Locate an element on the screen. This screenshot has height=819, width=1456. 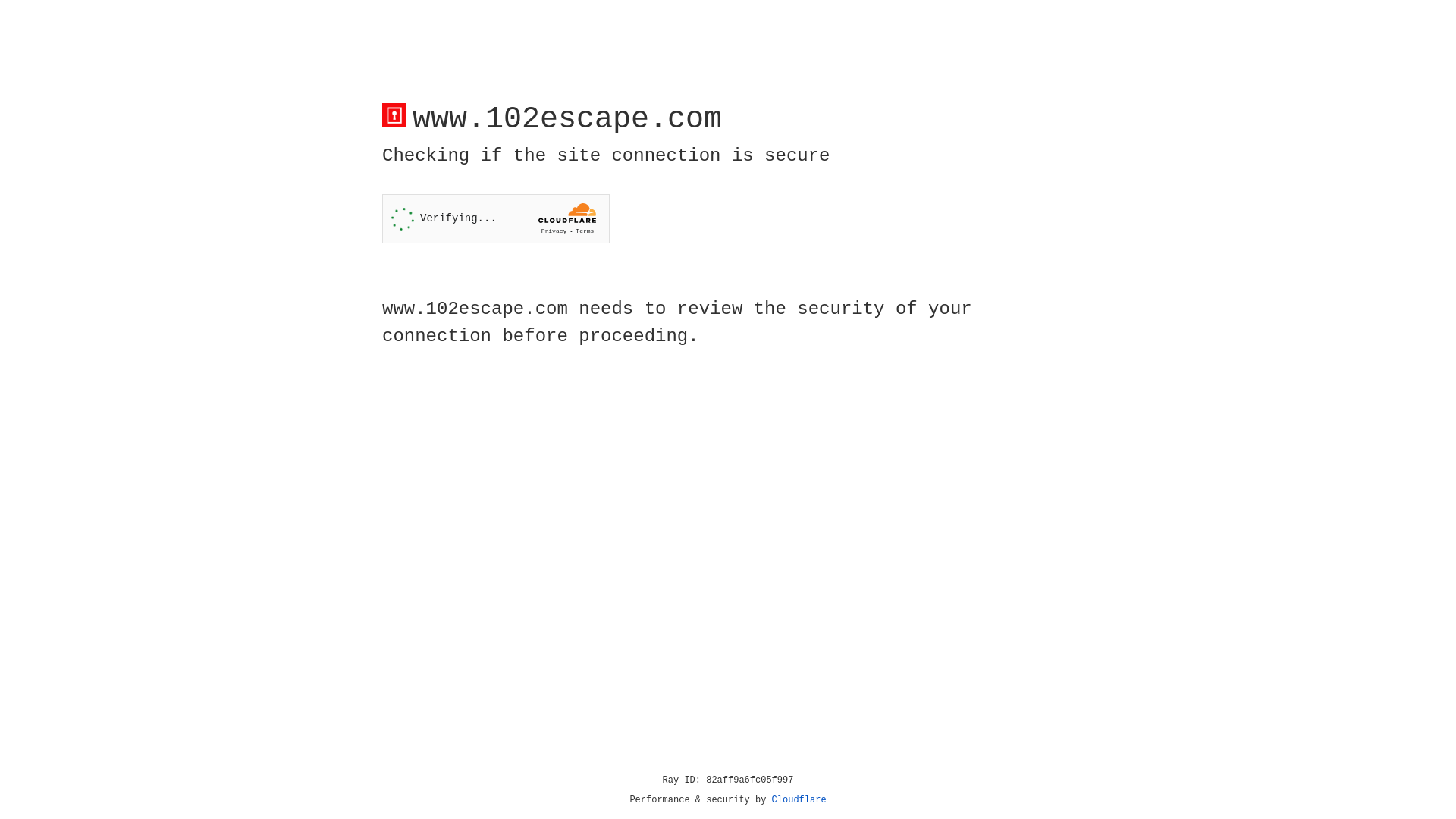
'Widget containing a Cloudflare security challenge' is located at coordinates (495, 218).